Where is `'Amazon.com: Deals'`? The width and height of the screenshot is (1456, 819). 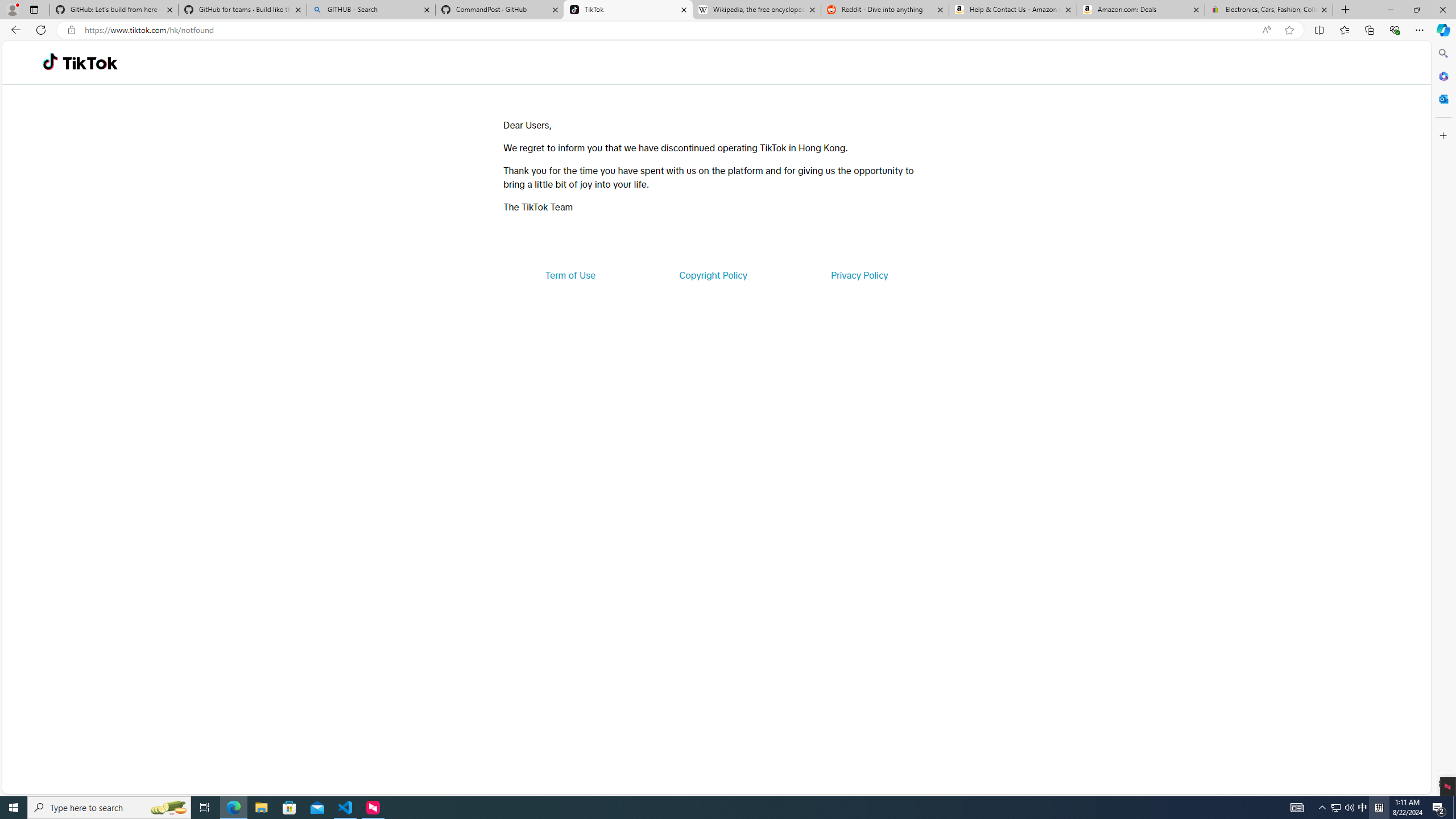 'Amazon.com: Deals' is located at coordinates (1140, 9).